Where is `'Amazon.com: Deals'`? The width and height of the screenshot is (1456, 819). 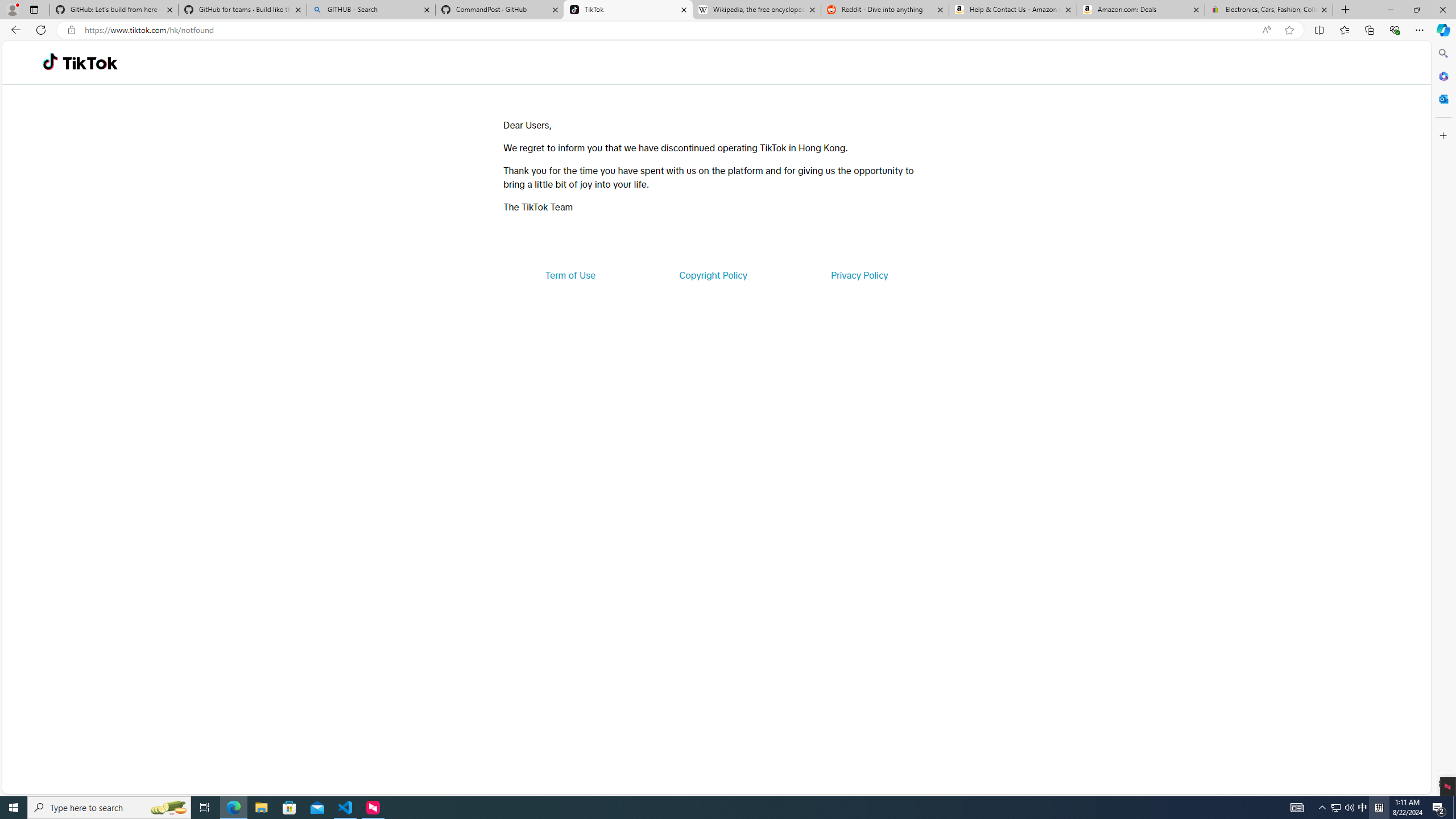 'Amazon.com: Deals' is located at coordinates (1140, 9).